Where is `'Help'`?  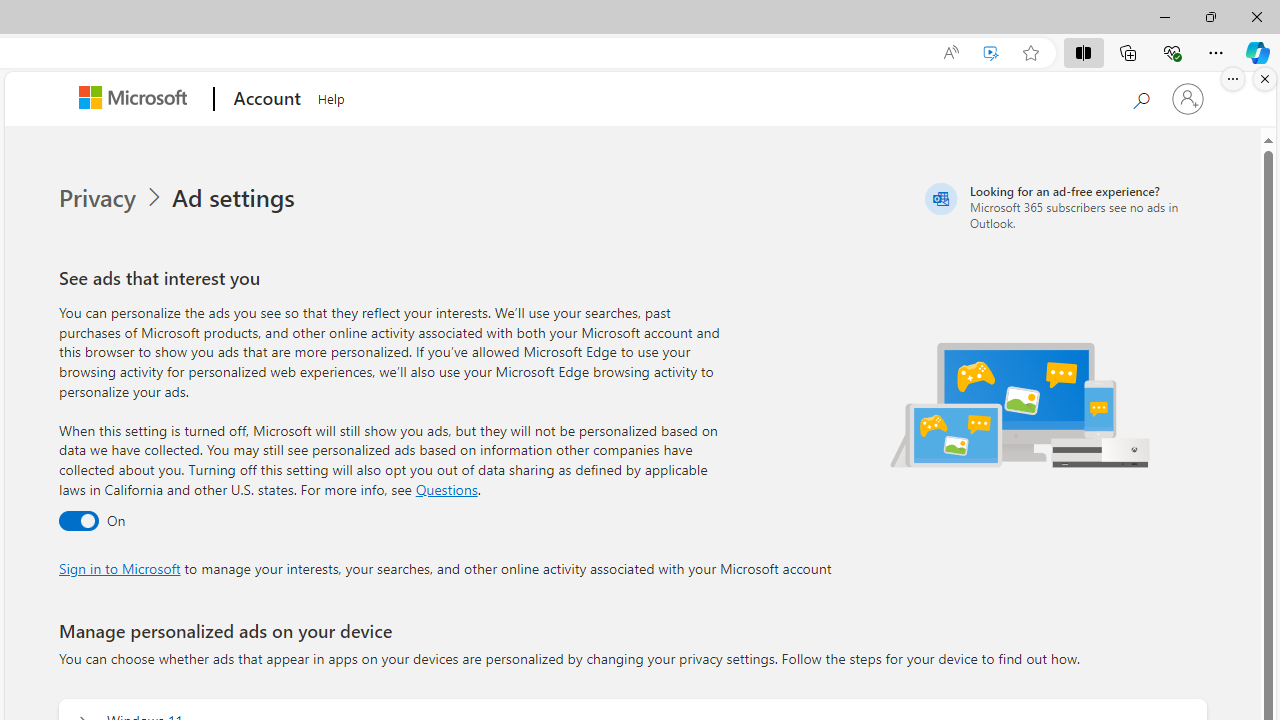
'Help' is located at coordinates (331, 96).